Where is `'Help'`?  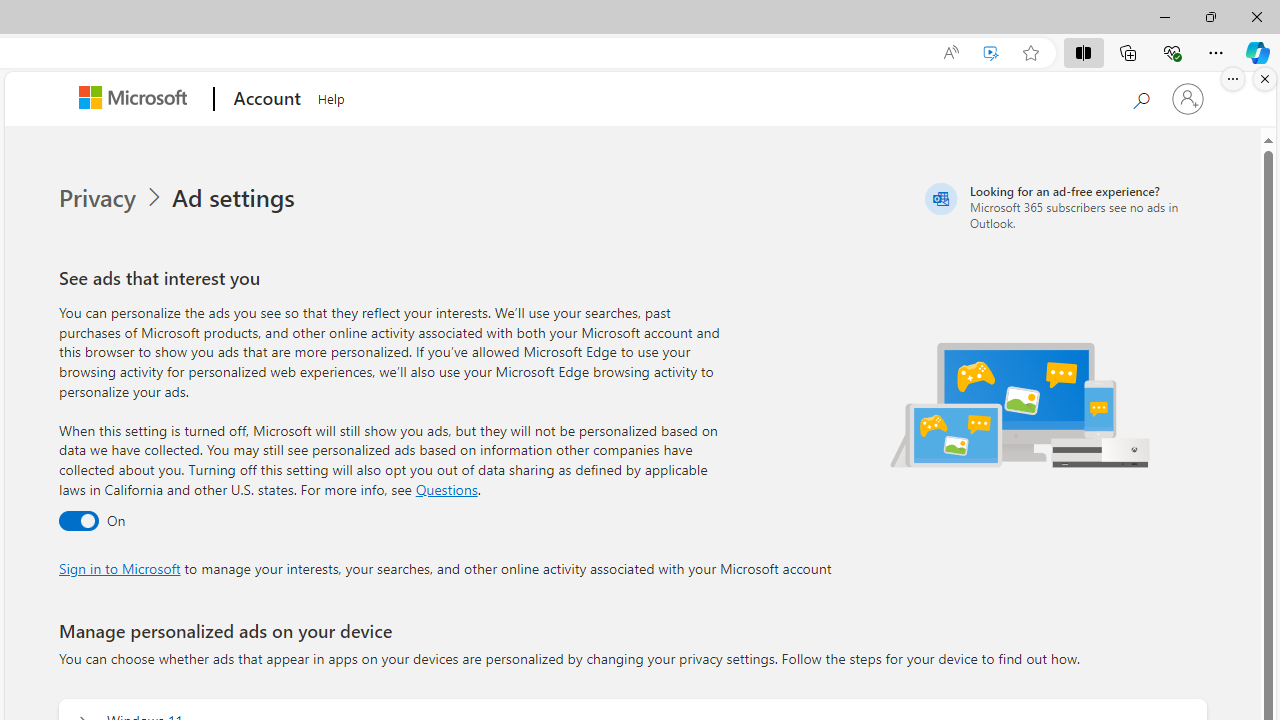
'Help' is located at coordinates (331, 96).